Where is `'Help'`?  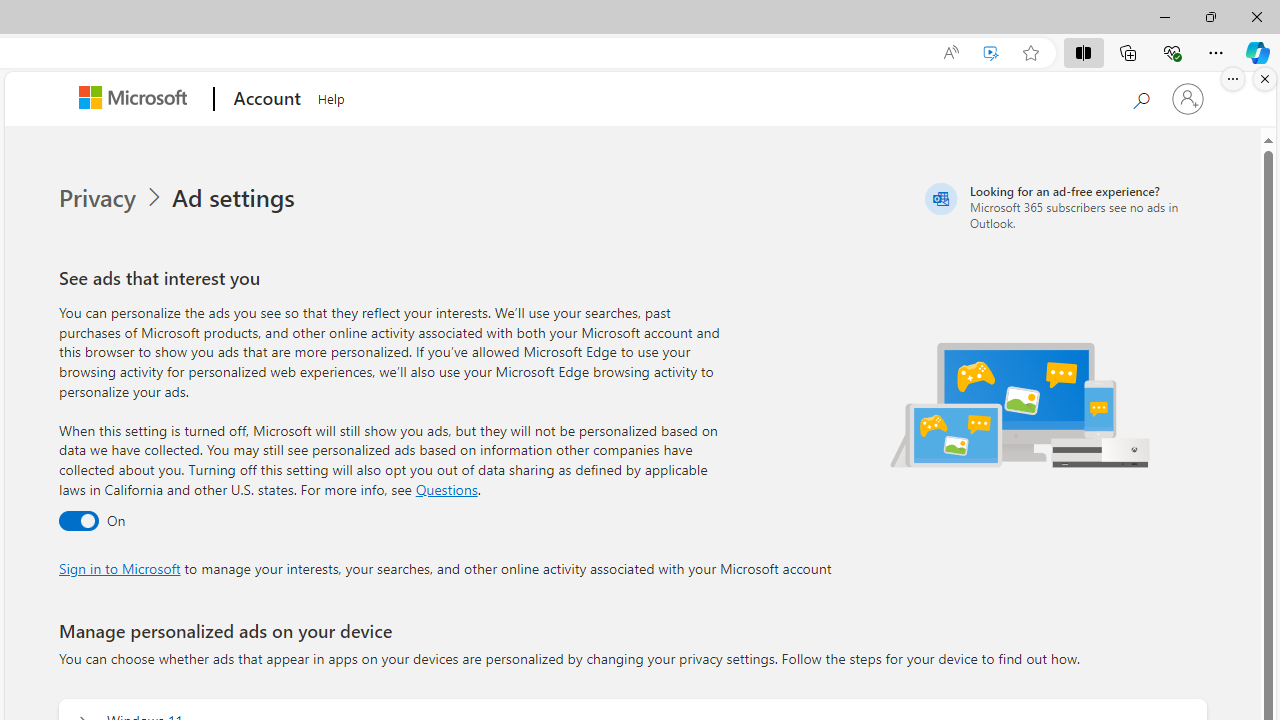
'Help' is located at coordinates (331, 96).